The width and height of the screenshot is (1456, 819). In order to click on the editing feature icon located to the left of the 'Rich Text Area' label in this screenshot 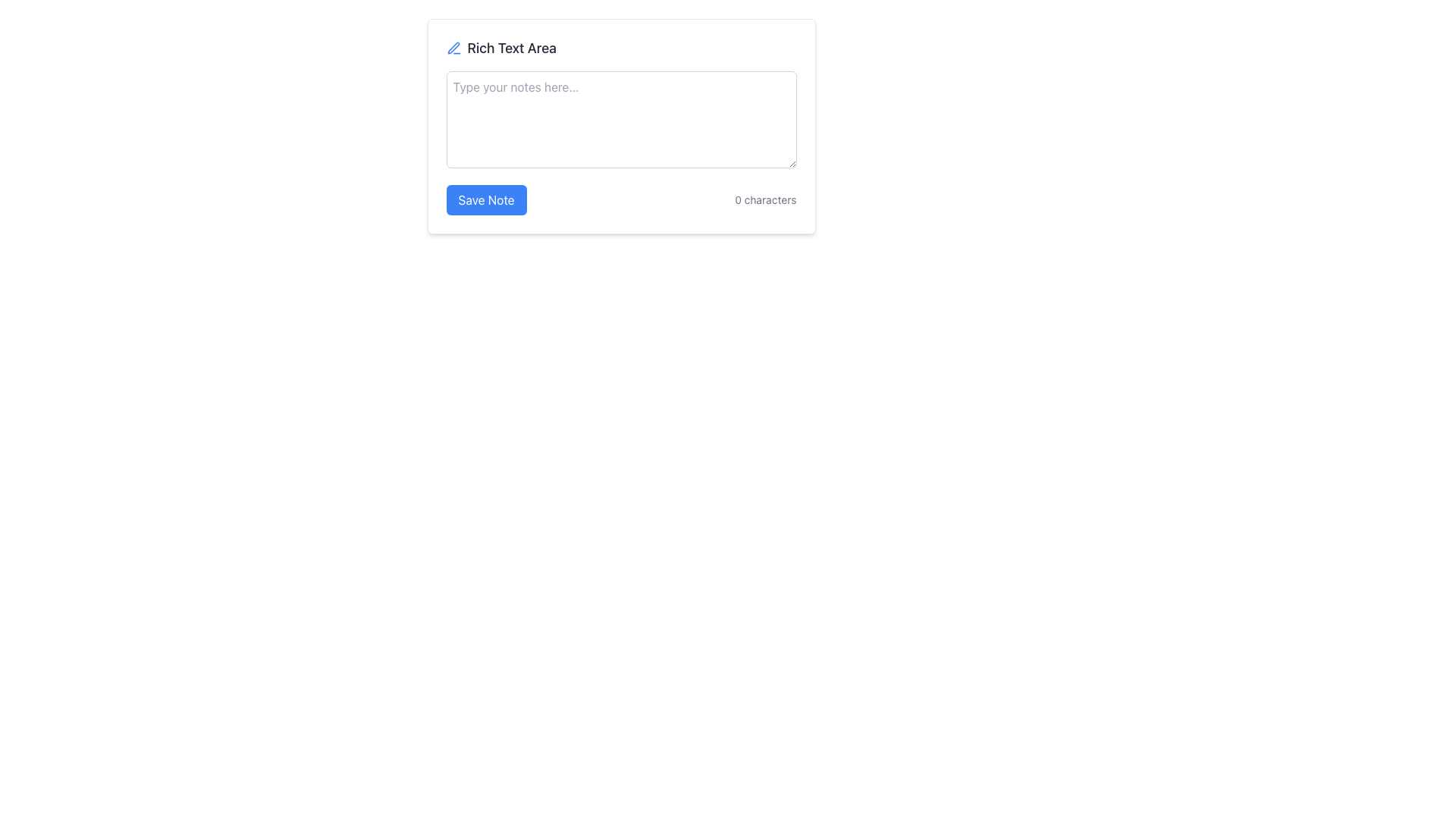, I will do `click(453, 48)`.